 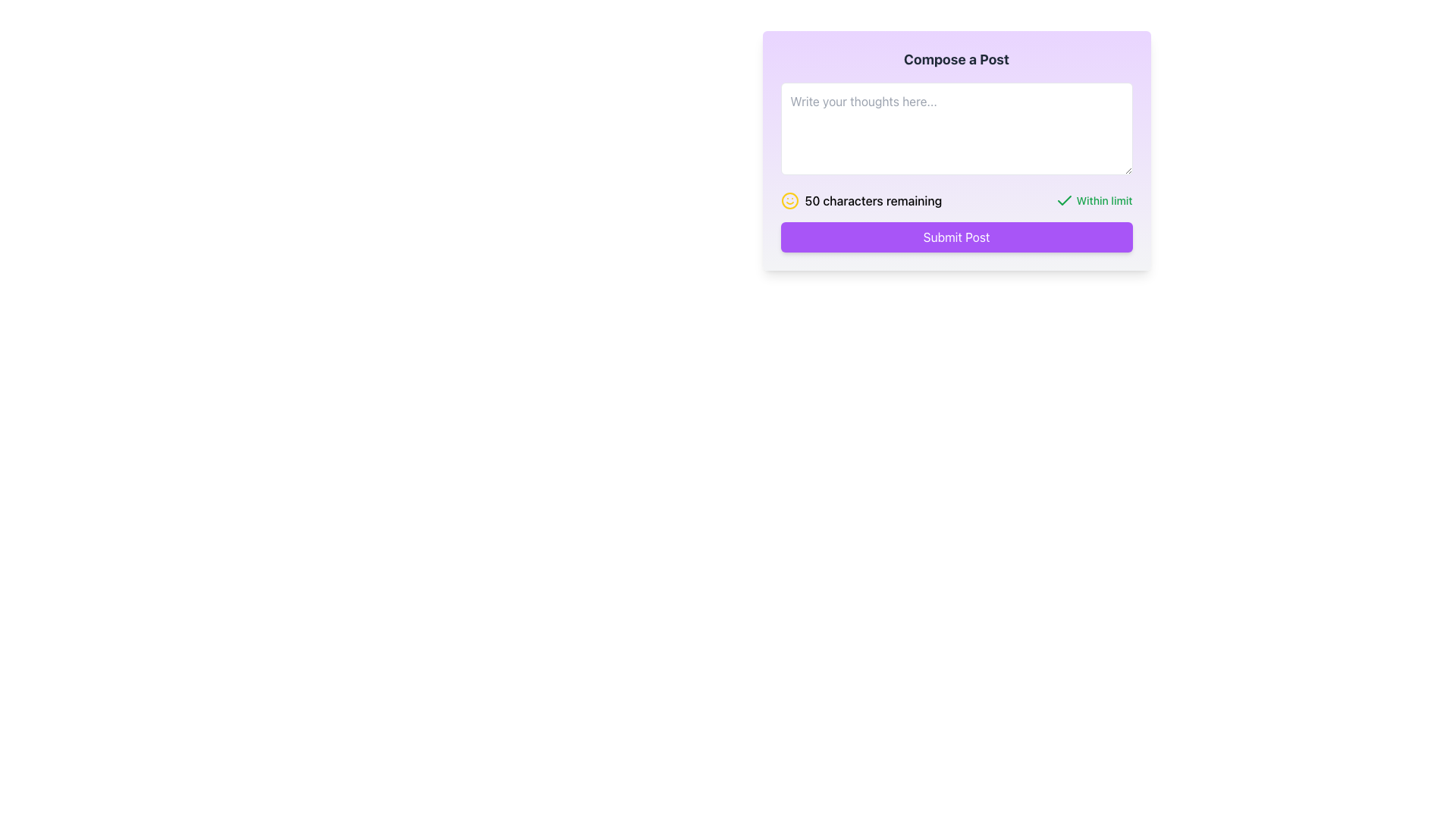 I want to click on the smiley icon located to the immediate left of the text '50 characters remaining', which indicates the character count status, so click(x=789, y=200).